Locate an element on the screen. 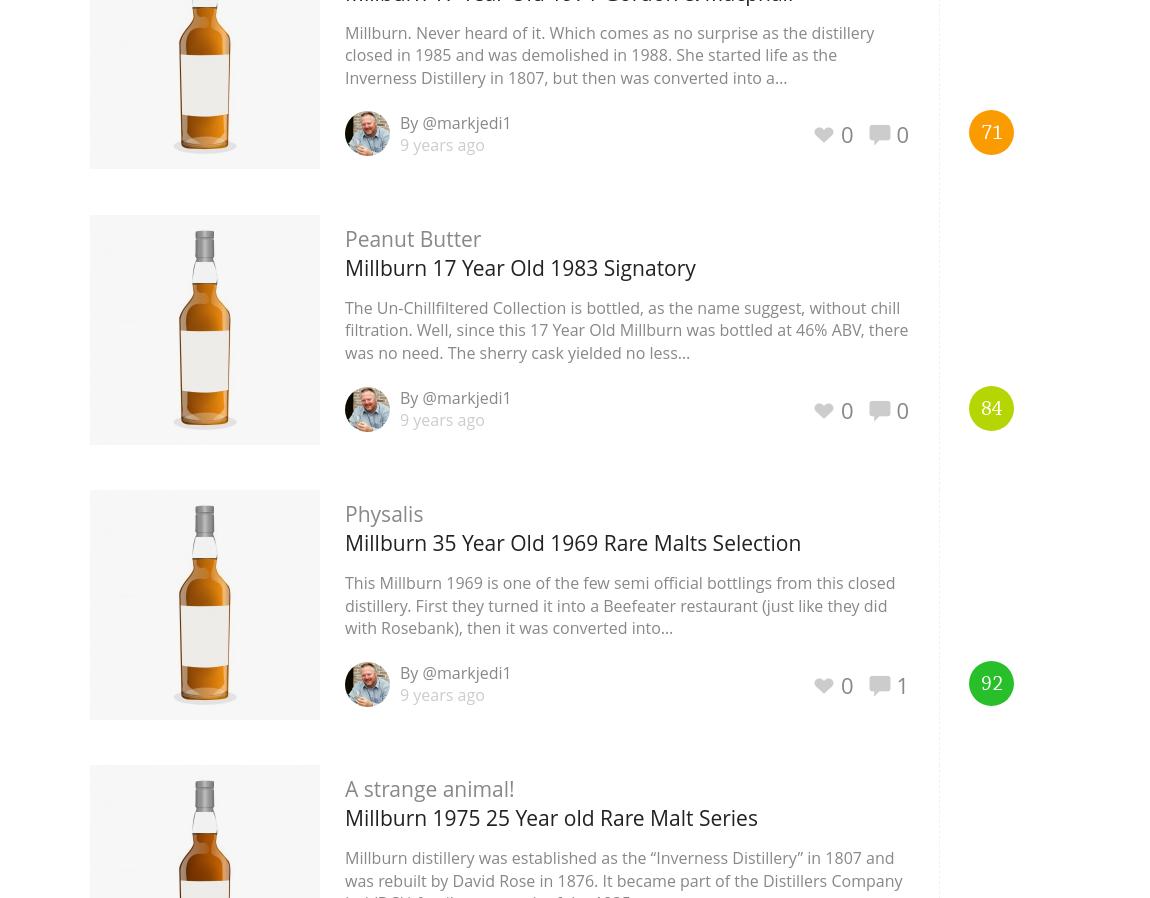 This screenshot has width=1150, height=898. 'Physalis' is located at coordinates (383, 512).